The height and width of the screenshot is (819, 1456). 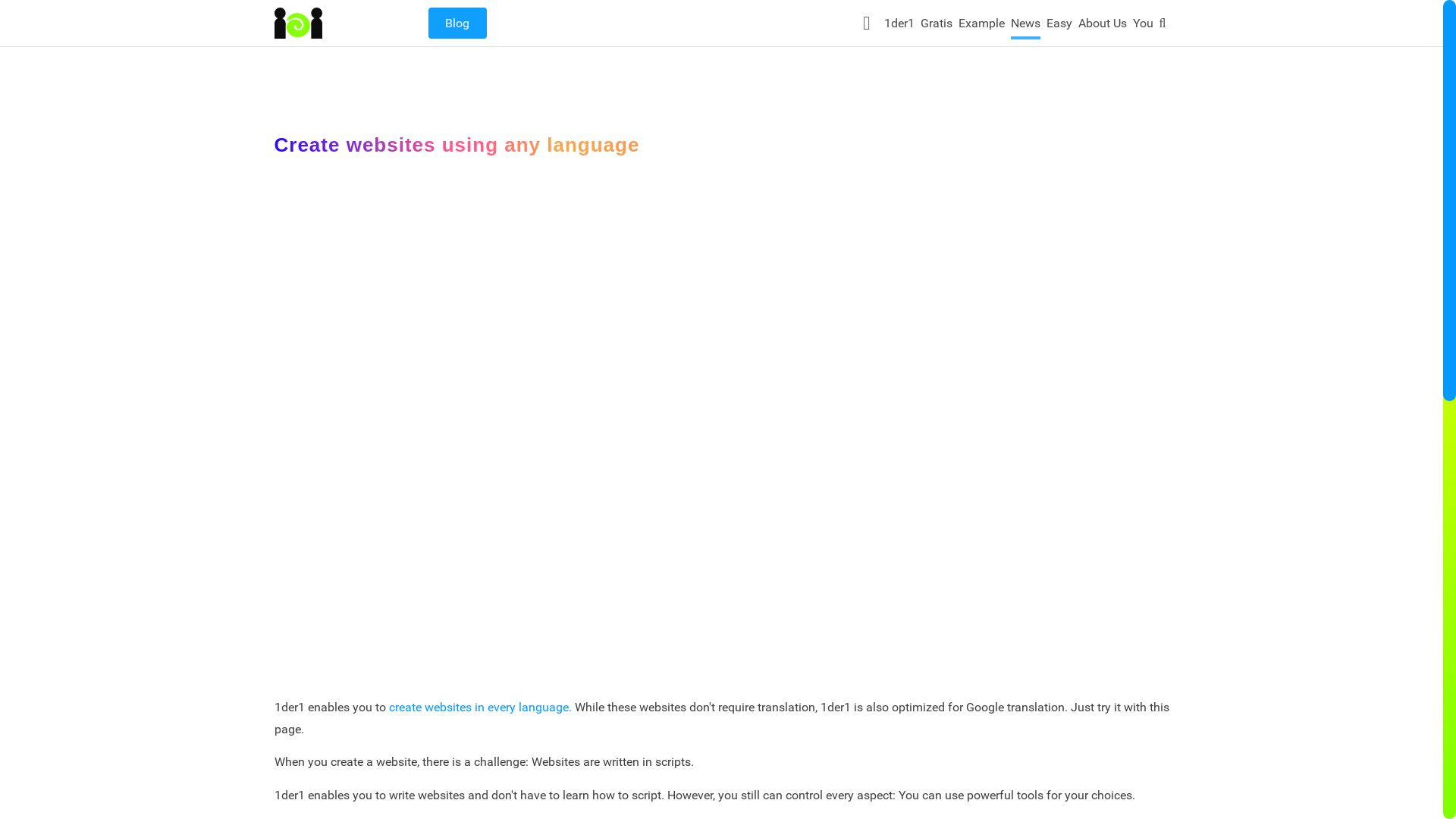 I want to click on 'Blog', so click(x=456, y=23).